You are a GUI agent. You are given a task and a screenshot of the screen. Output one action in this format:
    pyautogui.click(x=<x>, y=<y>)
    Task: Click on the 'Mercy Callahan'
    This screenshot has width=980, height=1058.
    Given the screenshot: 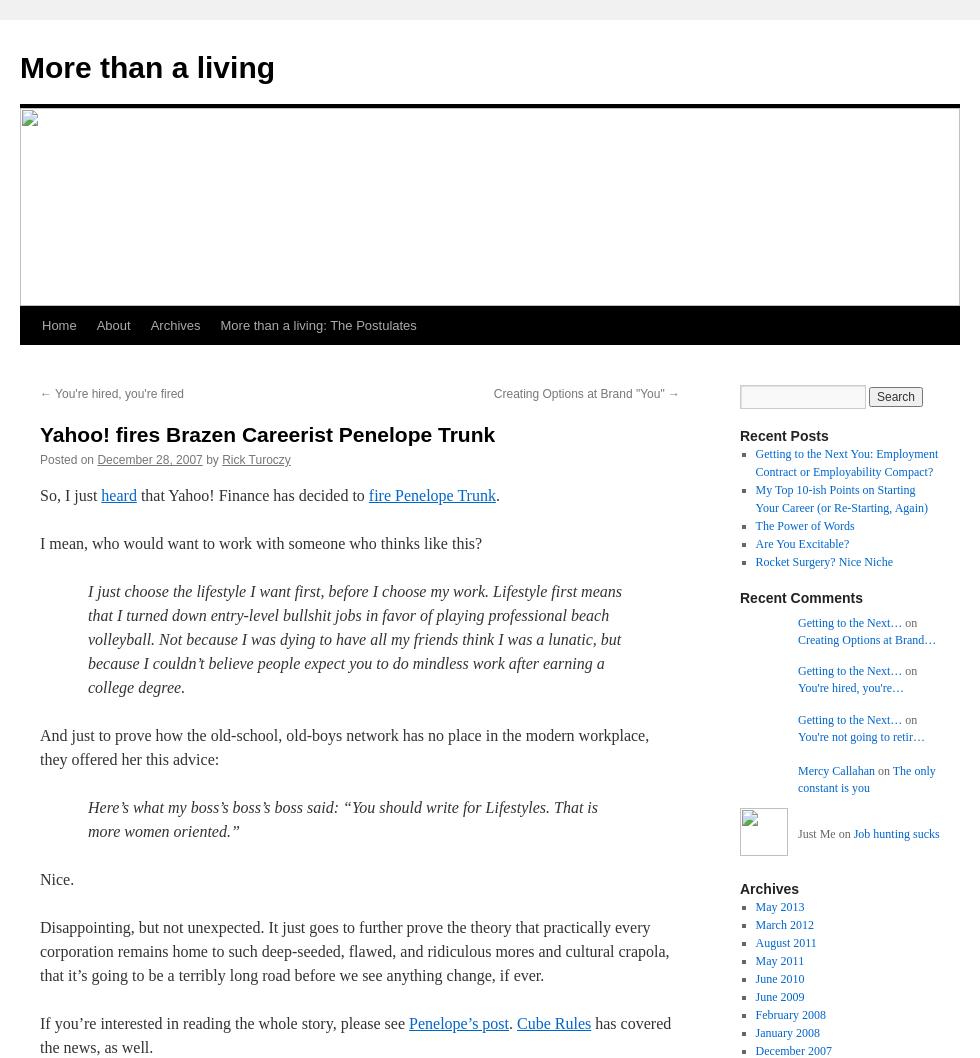 What is the action you would take?
    pyautogui.click(x=836, y=770)
    